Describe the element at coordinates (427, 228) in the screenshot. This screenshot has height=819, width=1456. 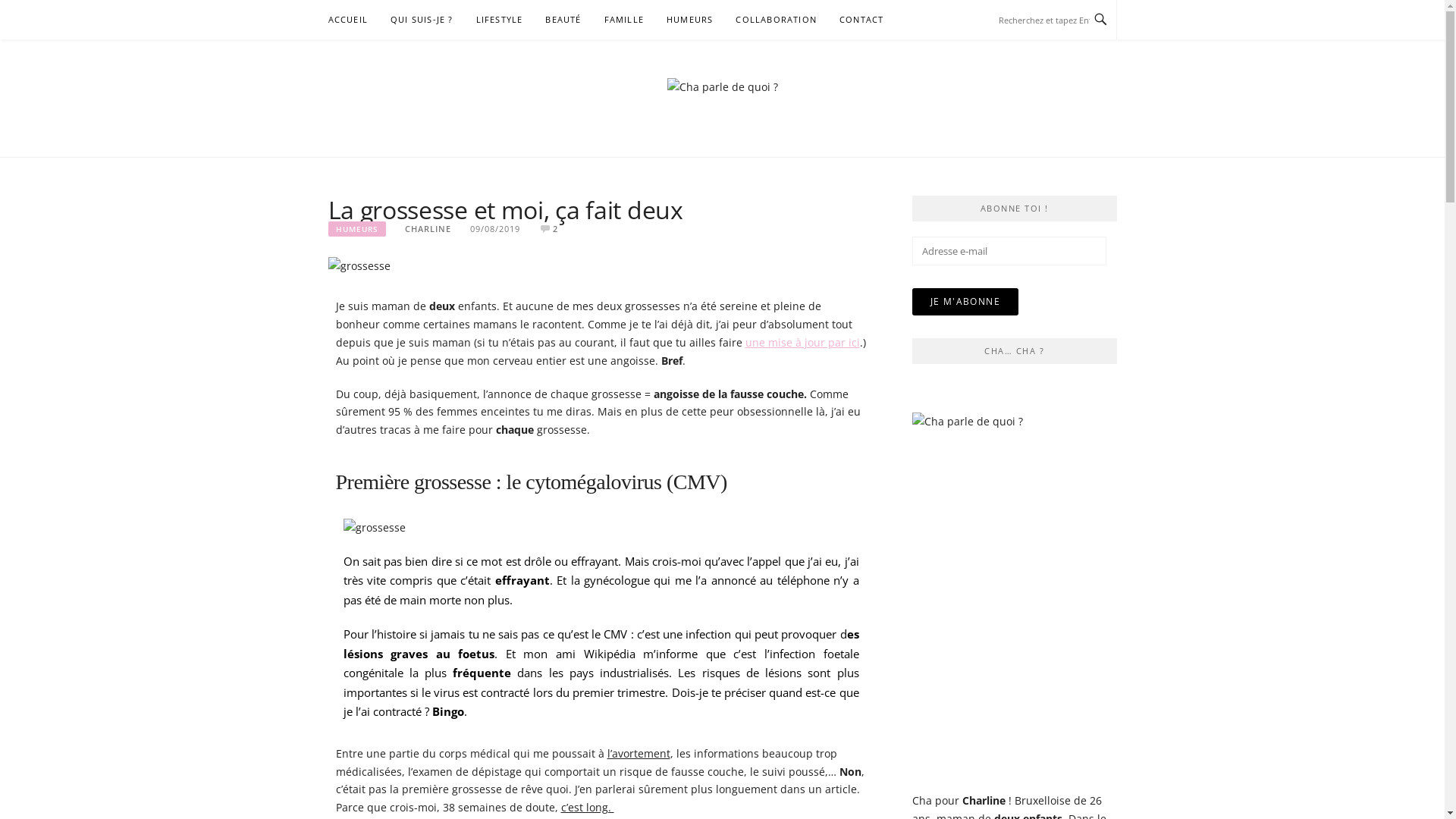
I see `'CHARLINE'` at that location.